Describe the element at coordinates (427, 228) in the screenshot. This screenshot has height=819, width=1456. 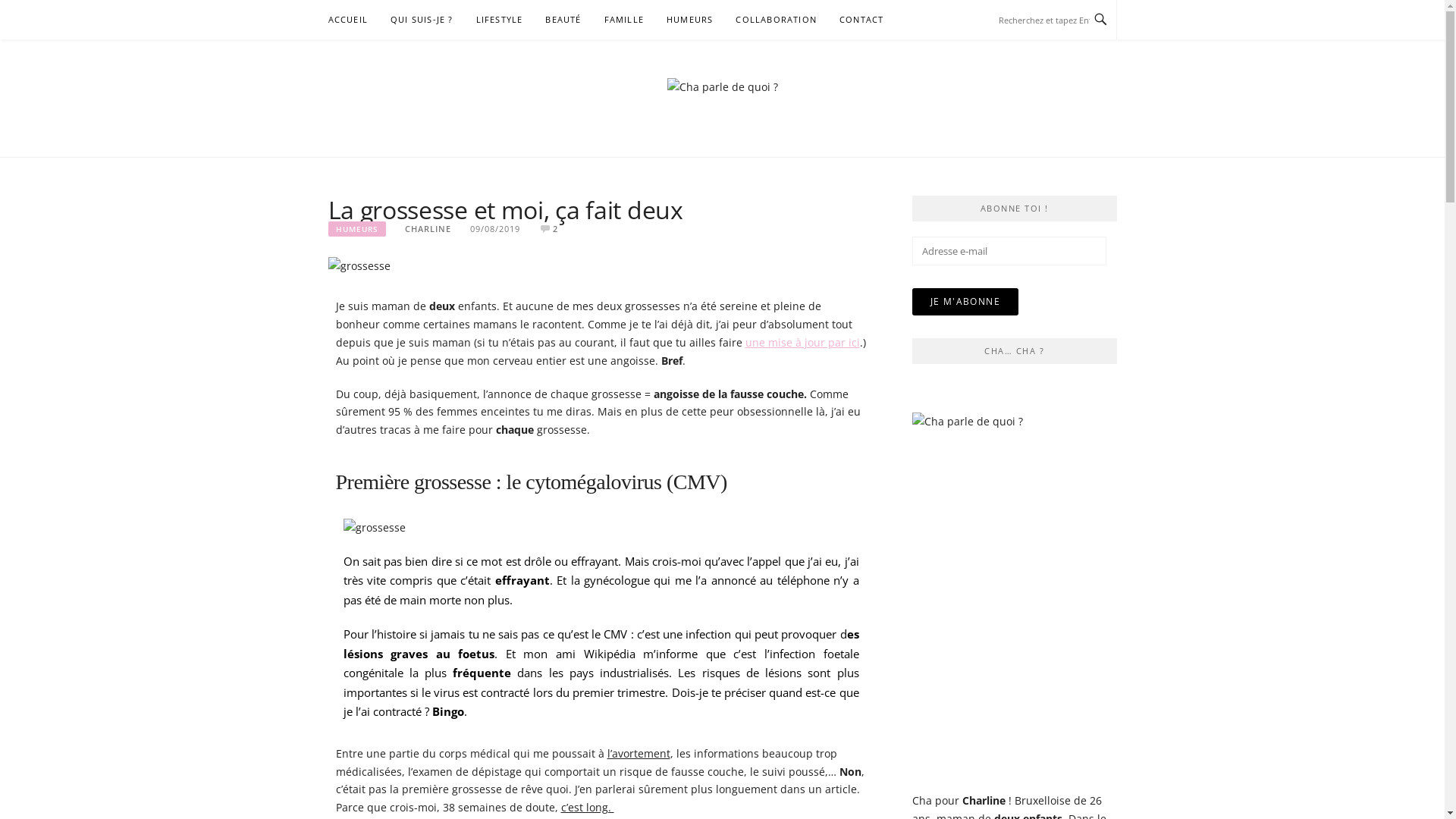
I see `'CHARLINE'` at that location.